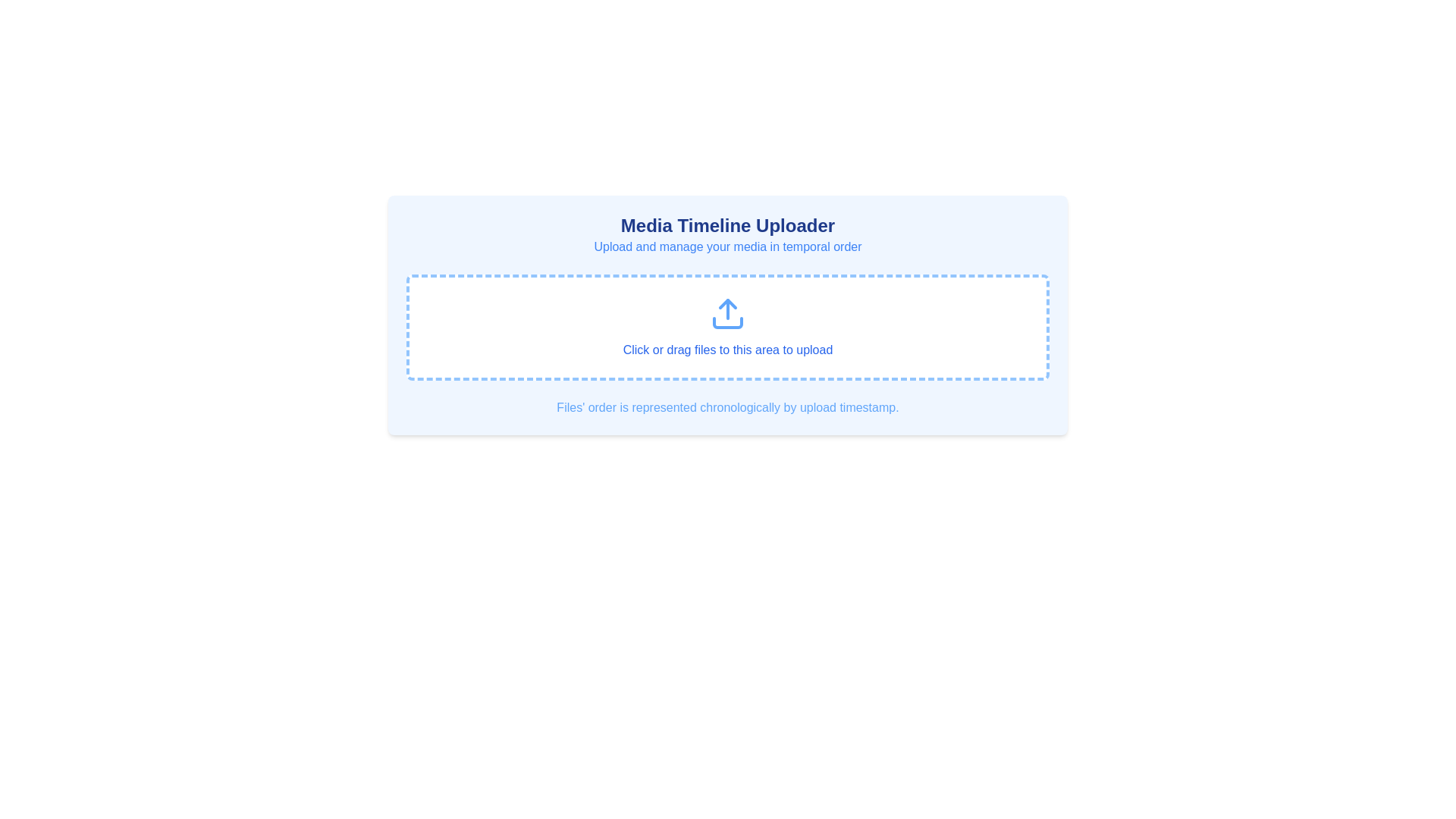 This screenshot has width=1456, height=819. Describe the element at coordinates (728, 350) in the screenshot. I see `the instructional text located below the upload icon` at that location.